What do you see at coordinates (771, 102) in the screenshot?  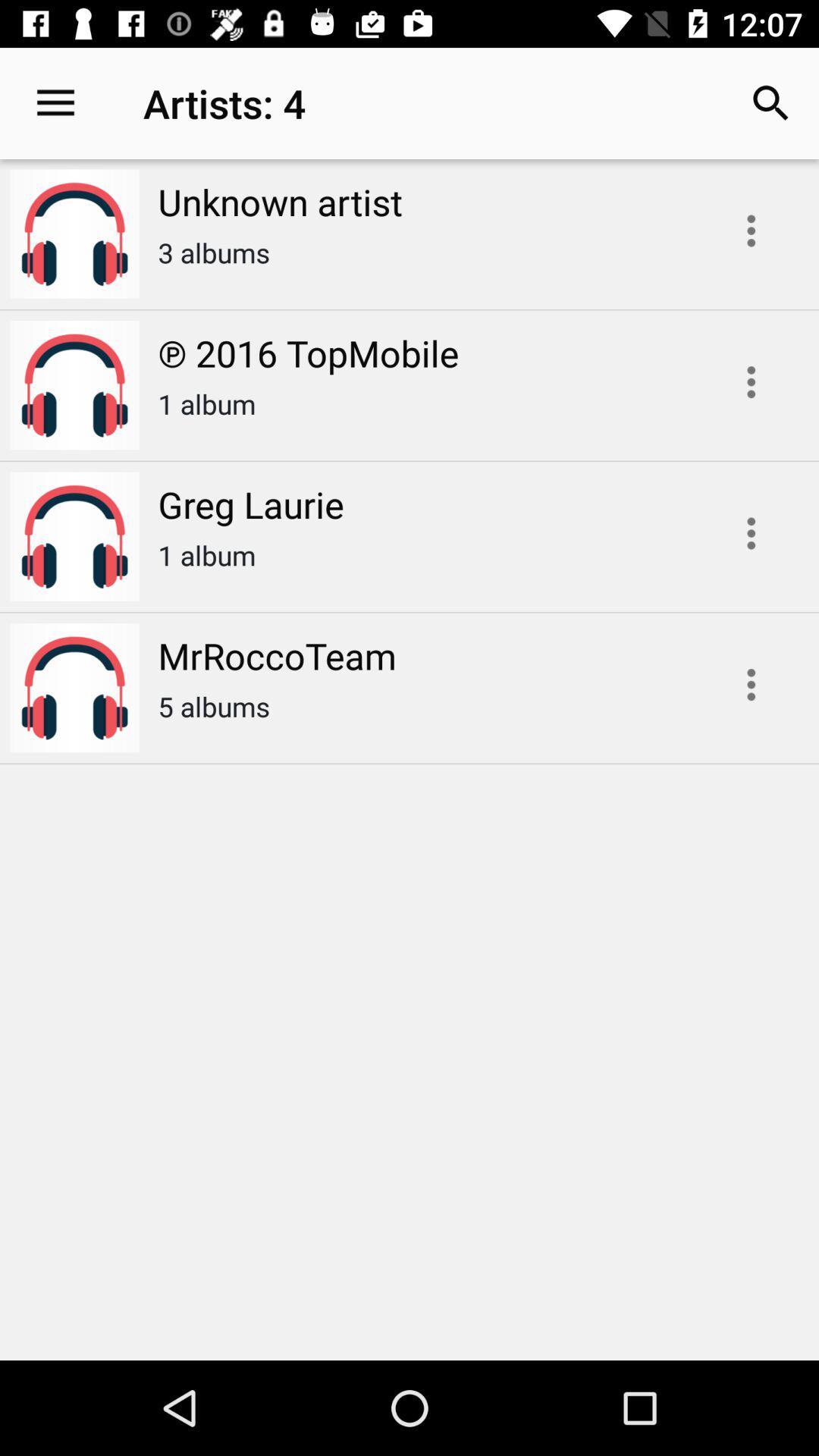 I see `icon next to the artists: 4 icon` at bounding box center [771, 102].